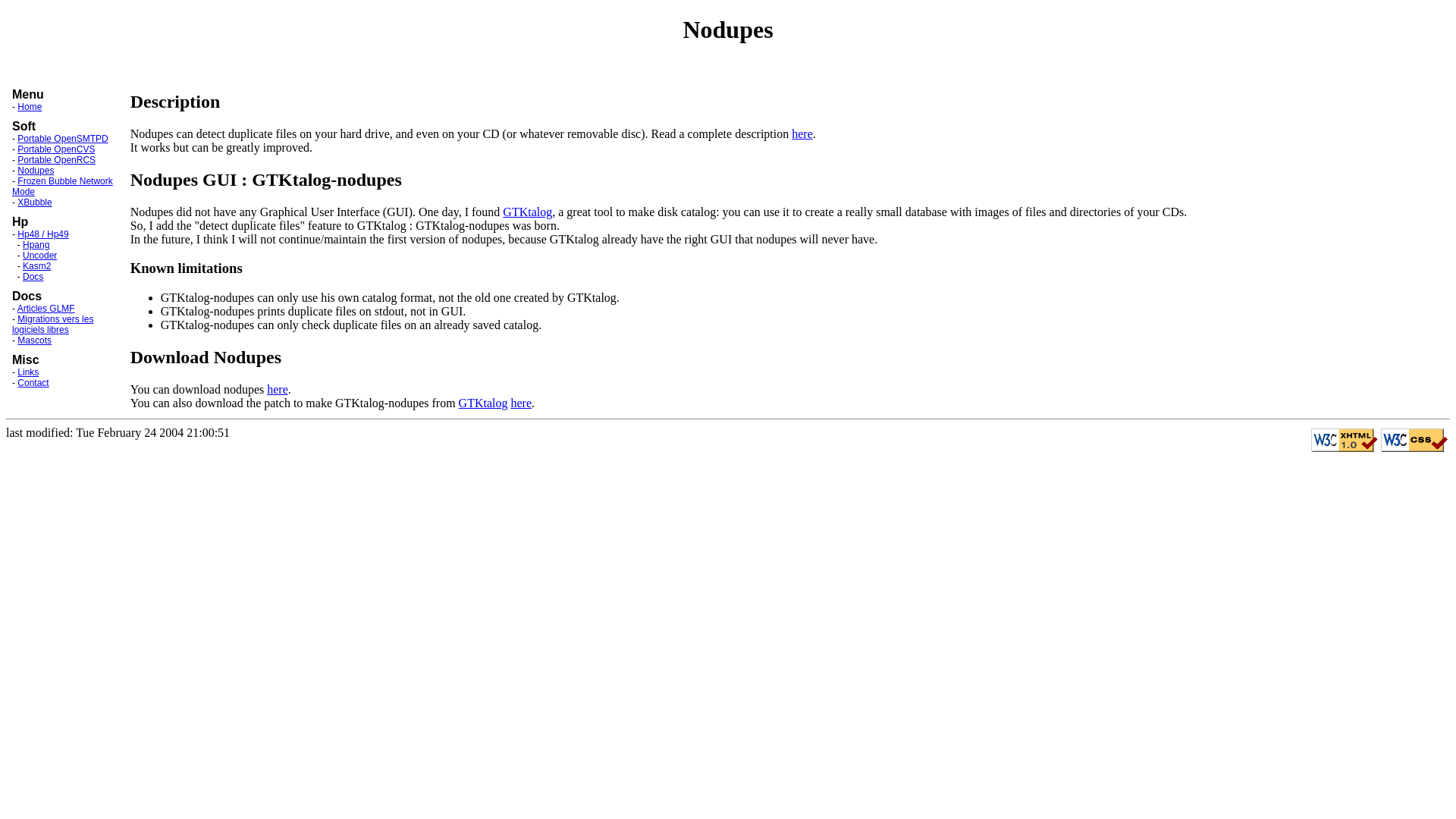  What do you see at coordinates (34, 339) in the screenshot?
I see `'Mascots'` at bounding box center [34, 339].